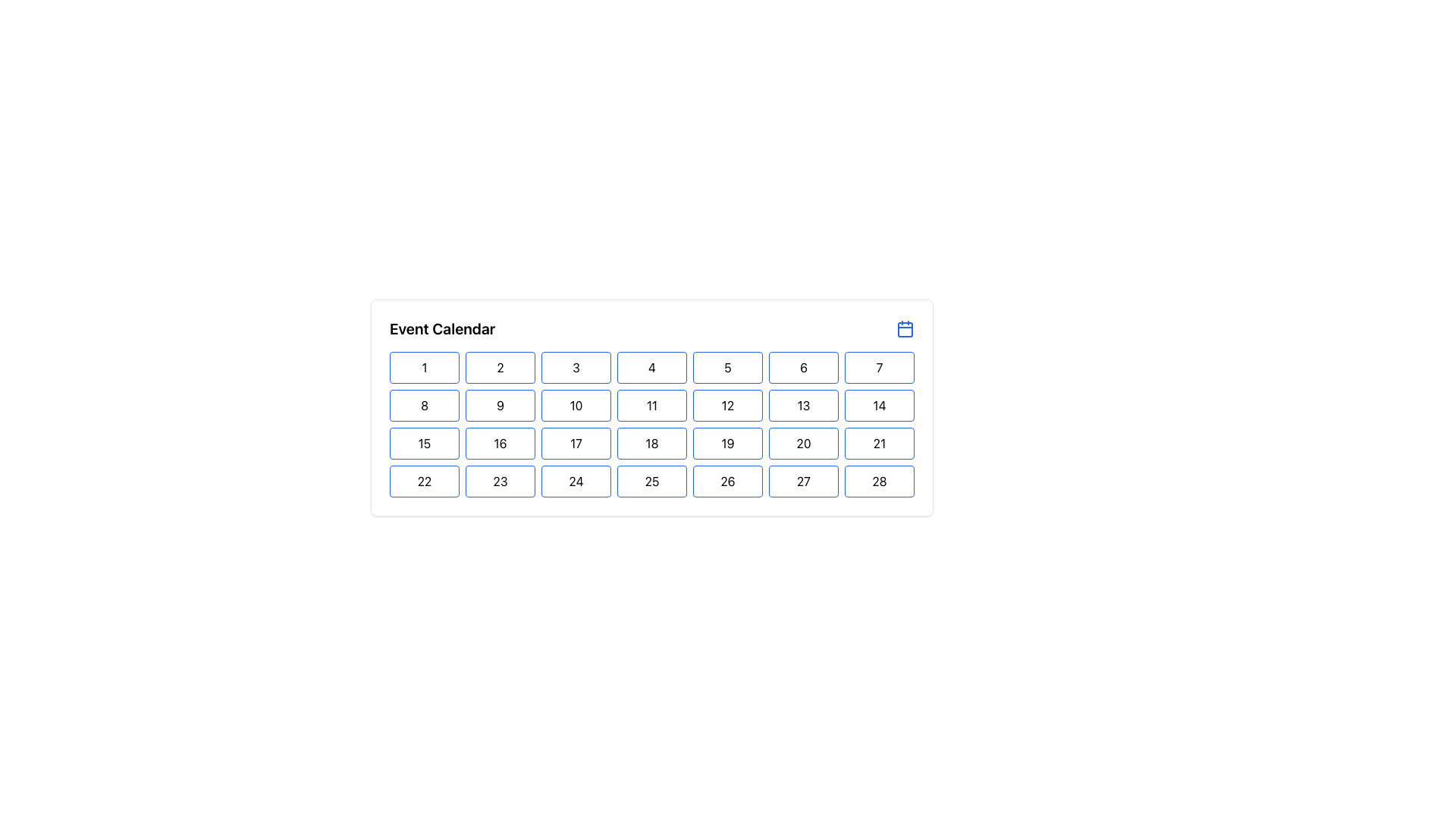  I want to click on the rectangular button with a blue border displaying the number '12' in bold black font, located in the second row and sixth column of the calendar grid, so click(728, 405).